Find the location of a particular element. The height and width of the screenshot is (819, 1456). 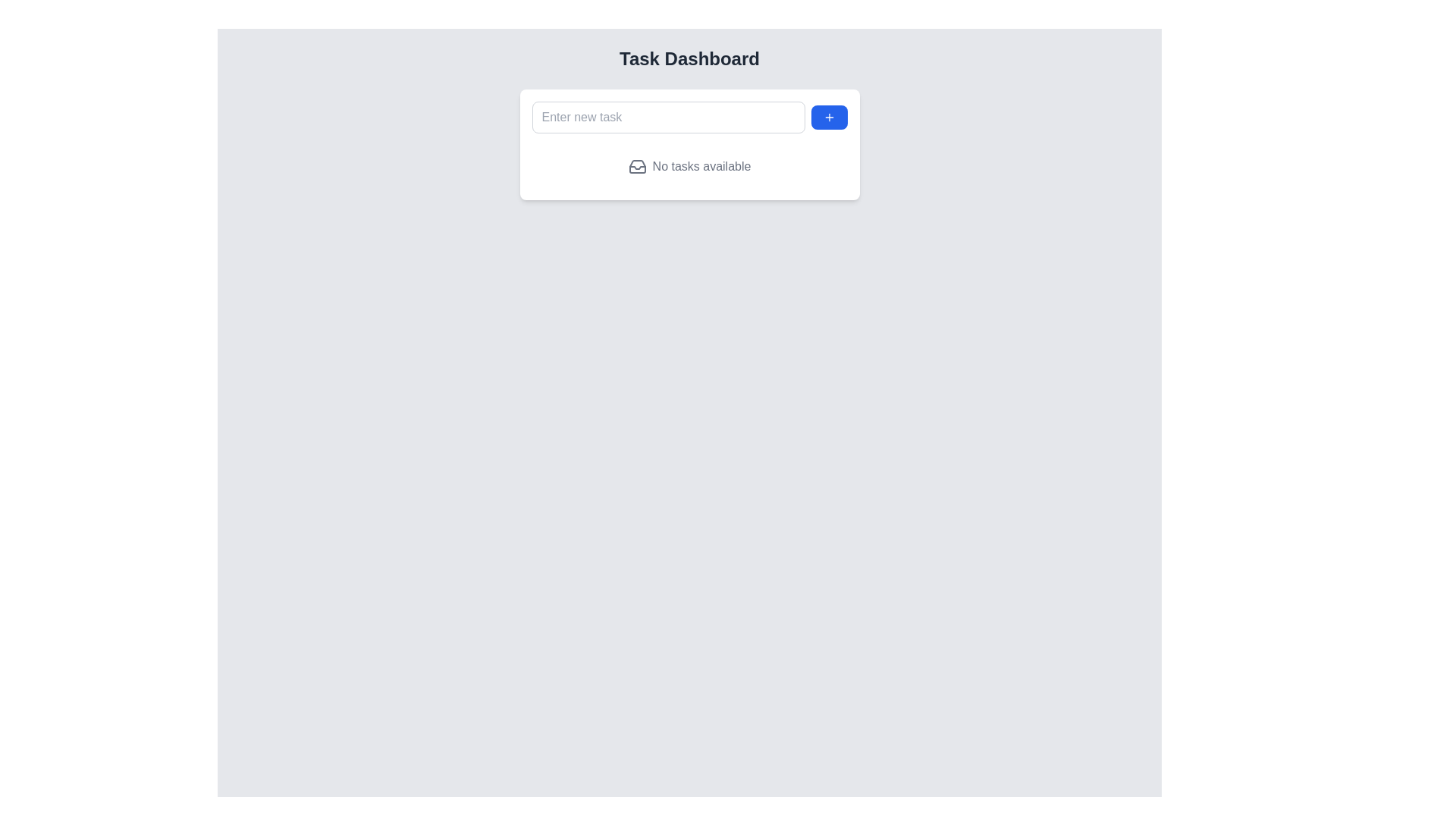

the empty inbox icon located to the left of the 'No tasks available' text in the gray background card beneath the 'Task Dashboard' heading is located at coordinates (637, 166).